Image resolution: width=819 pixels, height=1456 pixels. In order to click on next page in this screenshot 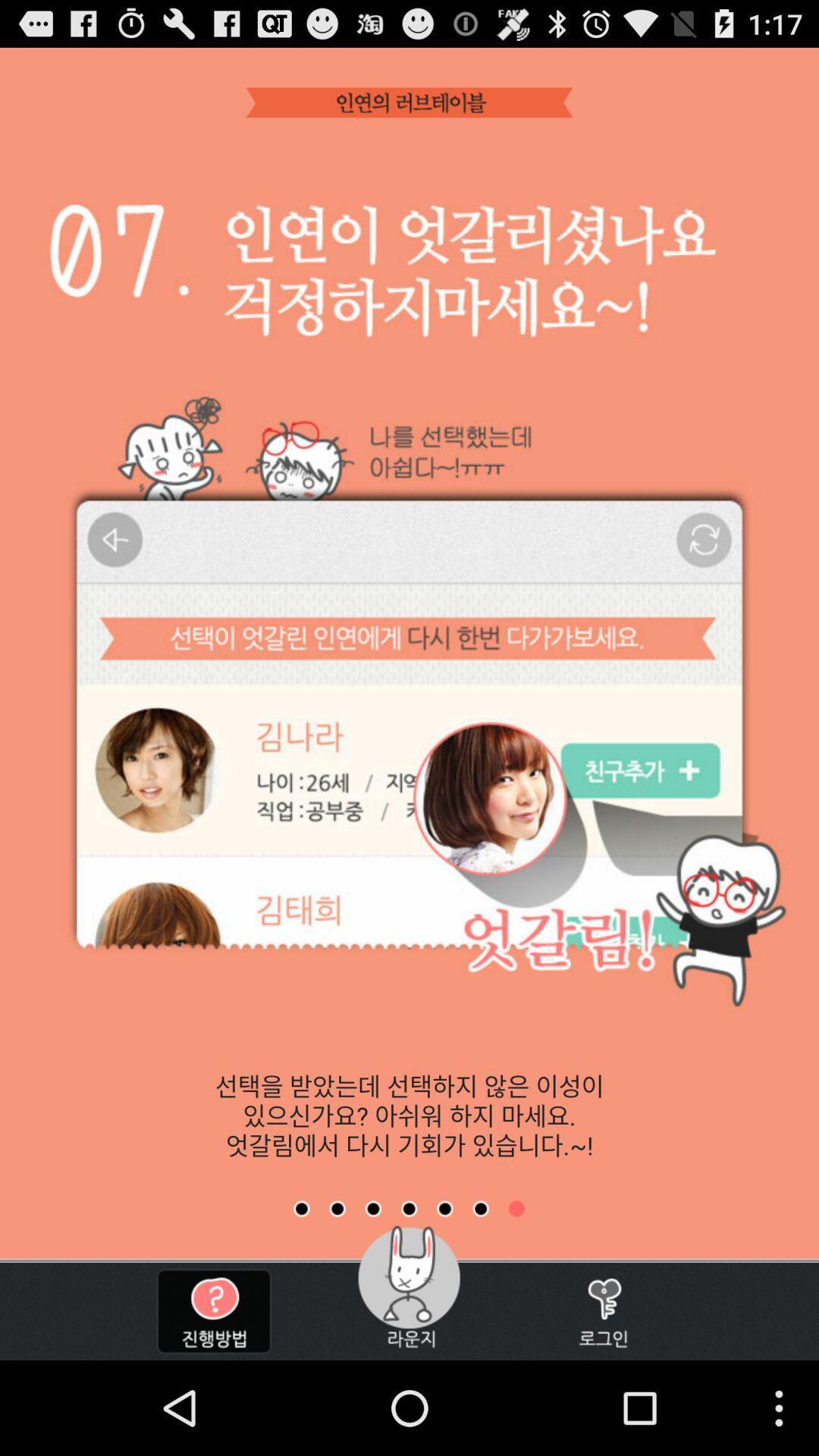, I will do `click(337, 1208)`.